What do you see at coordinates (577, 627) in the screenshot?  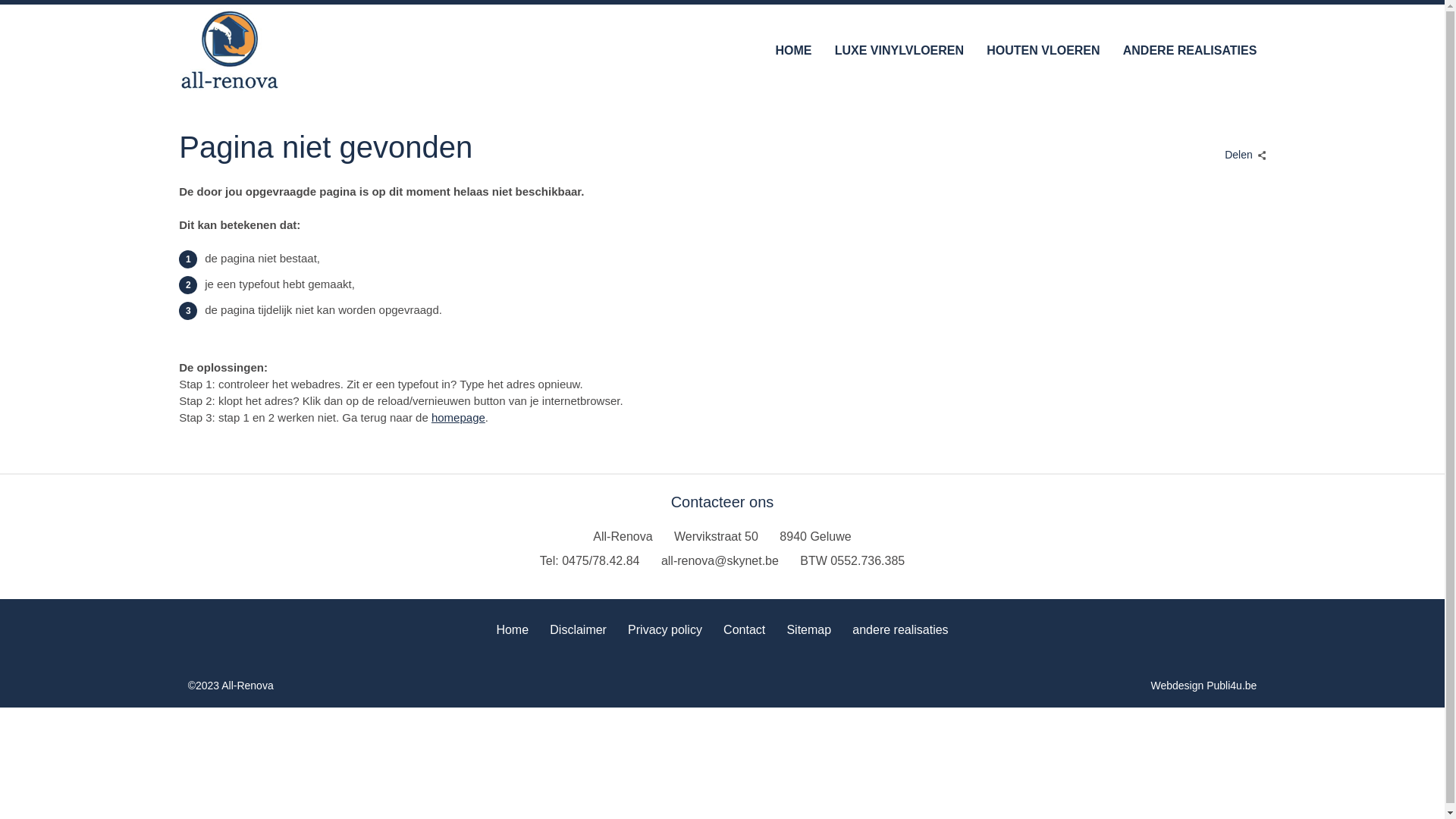 I see `'Disclaimer'` at bounding box center [577, 627].